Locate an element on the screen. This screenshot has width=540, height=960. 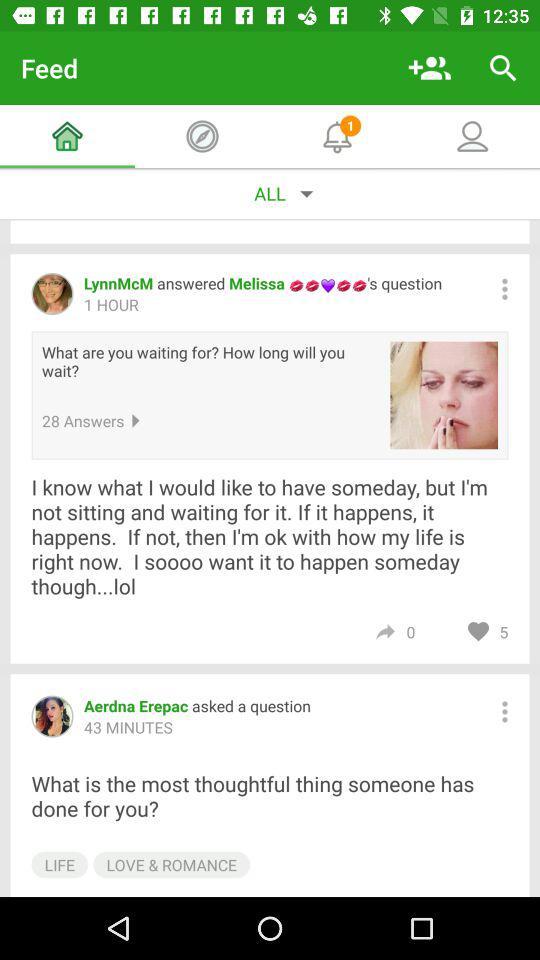
the second more button is located at coordinates (504, 712).